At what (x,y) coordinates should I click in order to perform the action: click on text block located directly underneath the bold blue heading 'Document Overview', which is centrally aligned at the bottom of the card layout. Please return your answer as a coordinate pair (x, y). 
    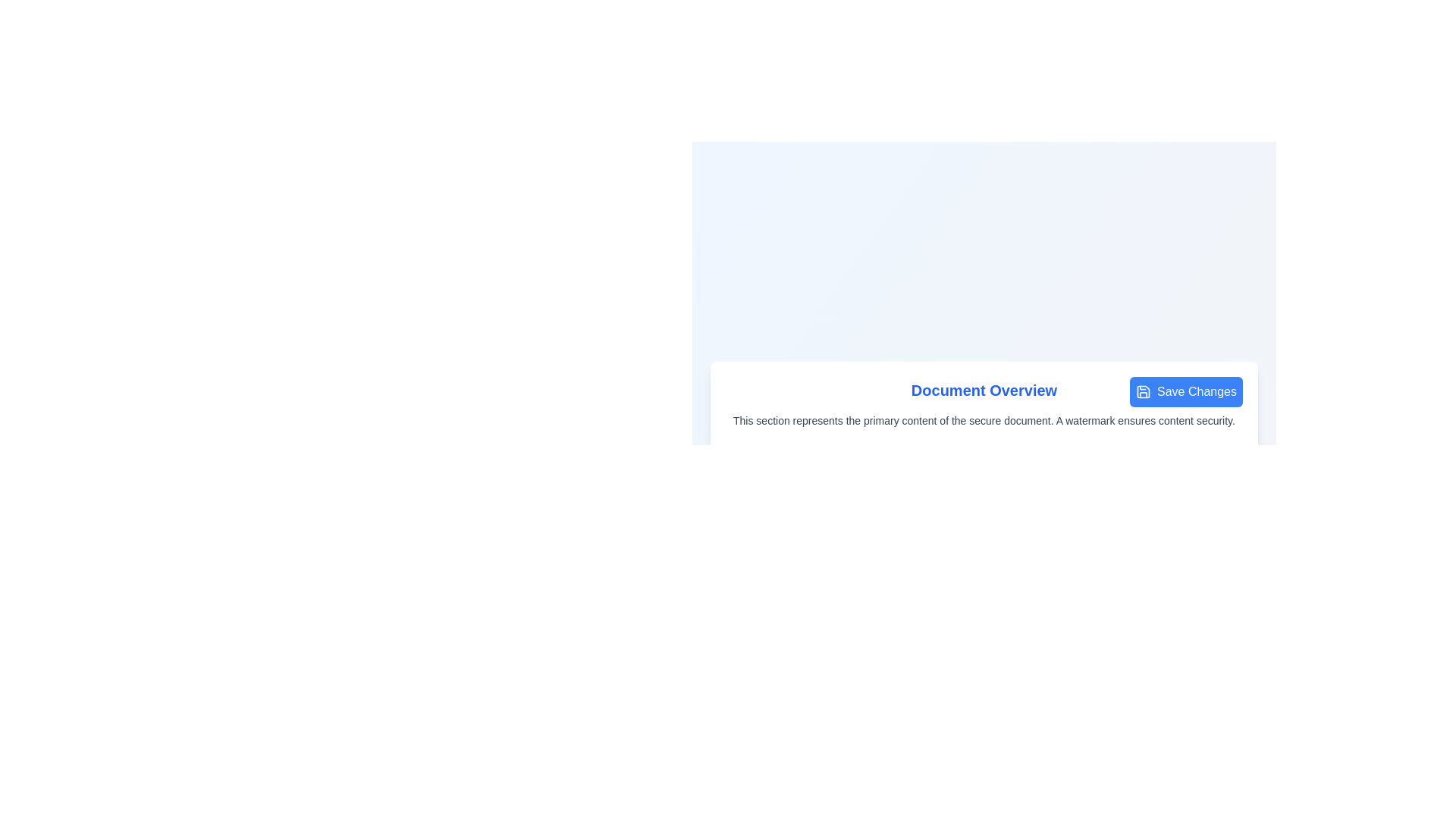
    Looking at the image, I should click on (984, 421).